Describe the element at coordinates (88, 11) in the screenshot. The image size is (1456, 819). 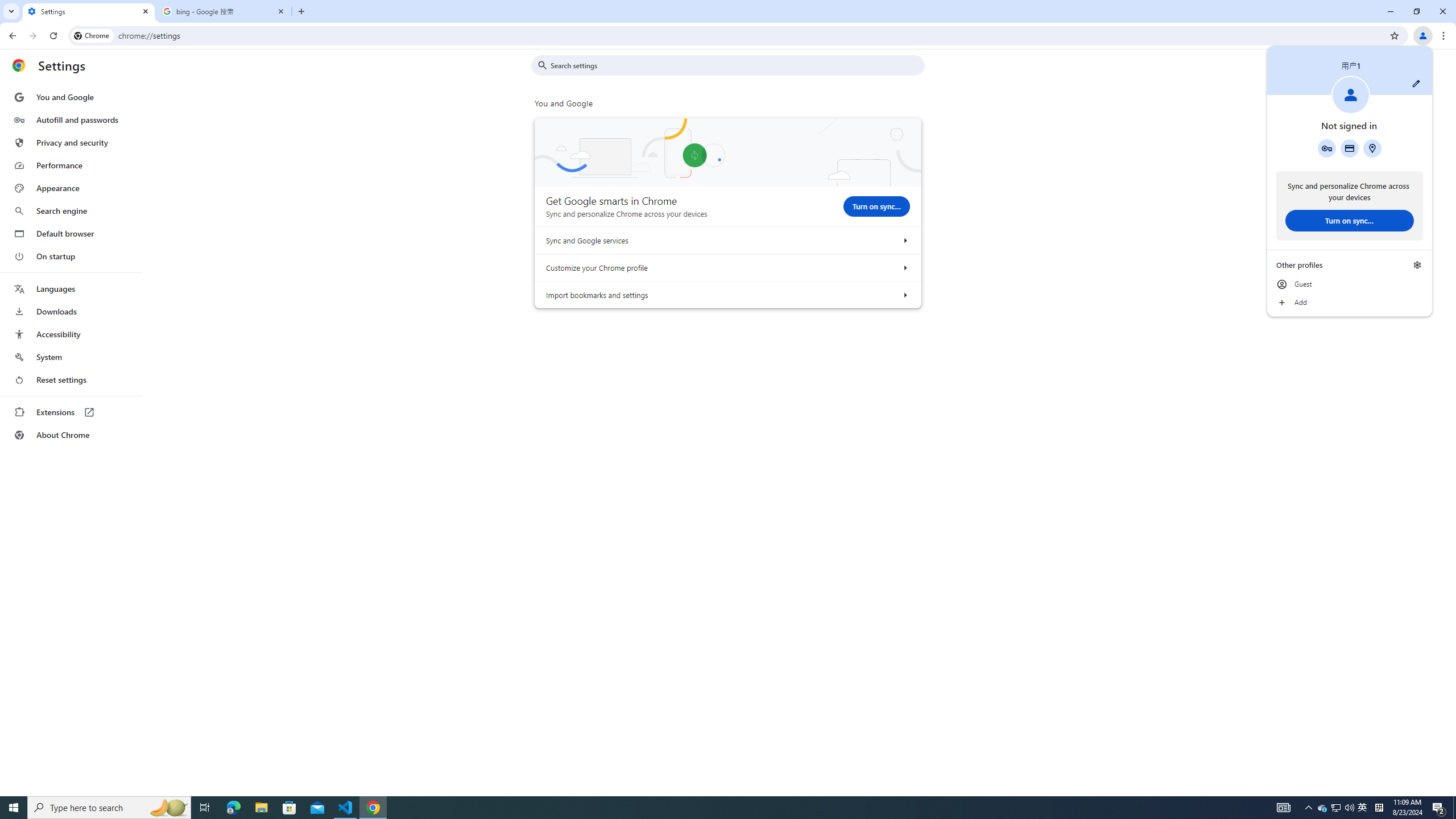
I see `'Settings'` at that location.